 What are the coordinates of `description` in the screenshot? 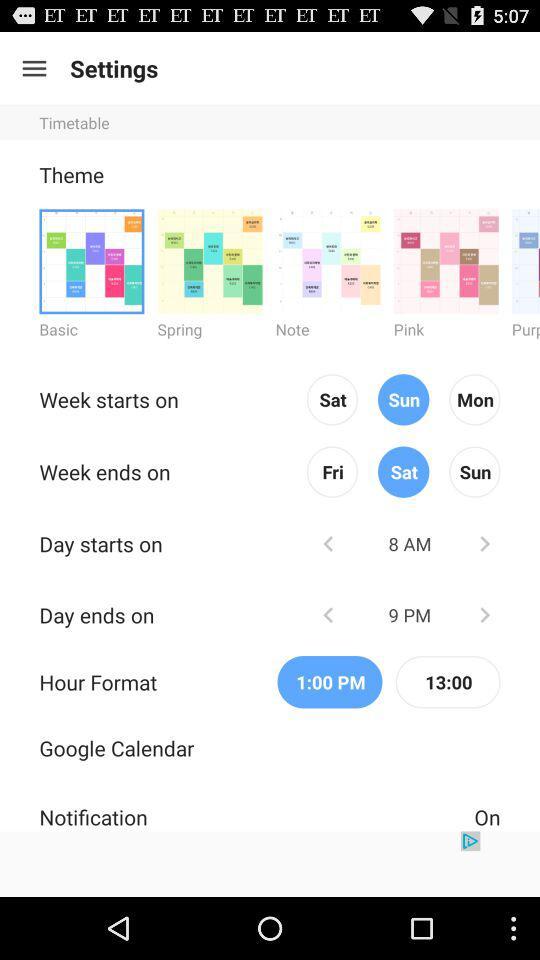 It's located at (270, 863).